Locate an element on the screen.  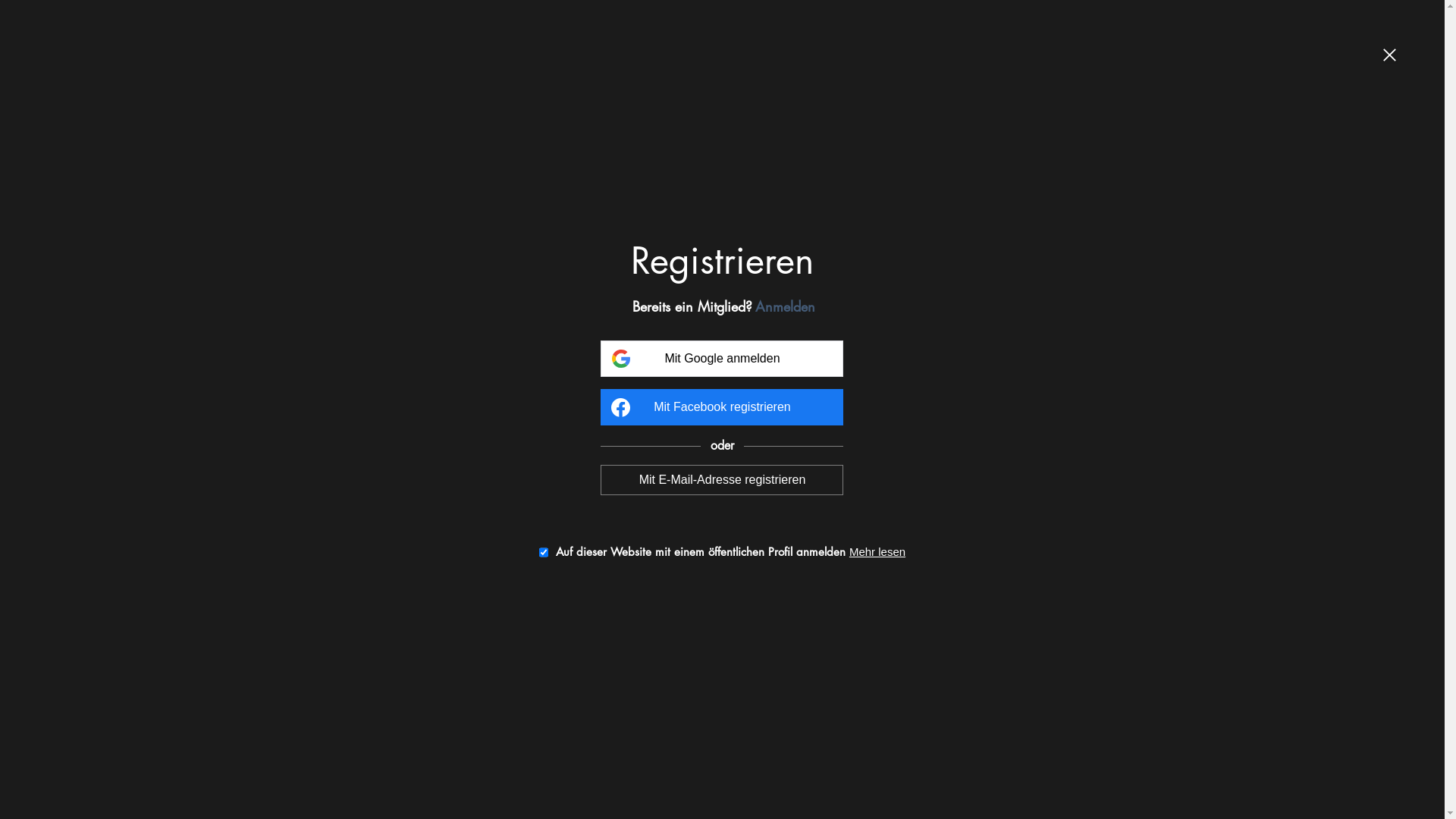
'Mit Google anmelden' is located at coordinates (720, 359).